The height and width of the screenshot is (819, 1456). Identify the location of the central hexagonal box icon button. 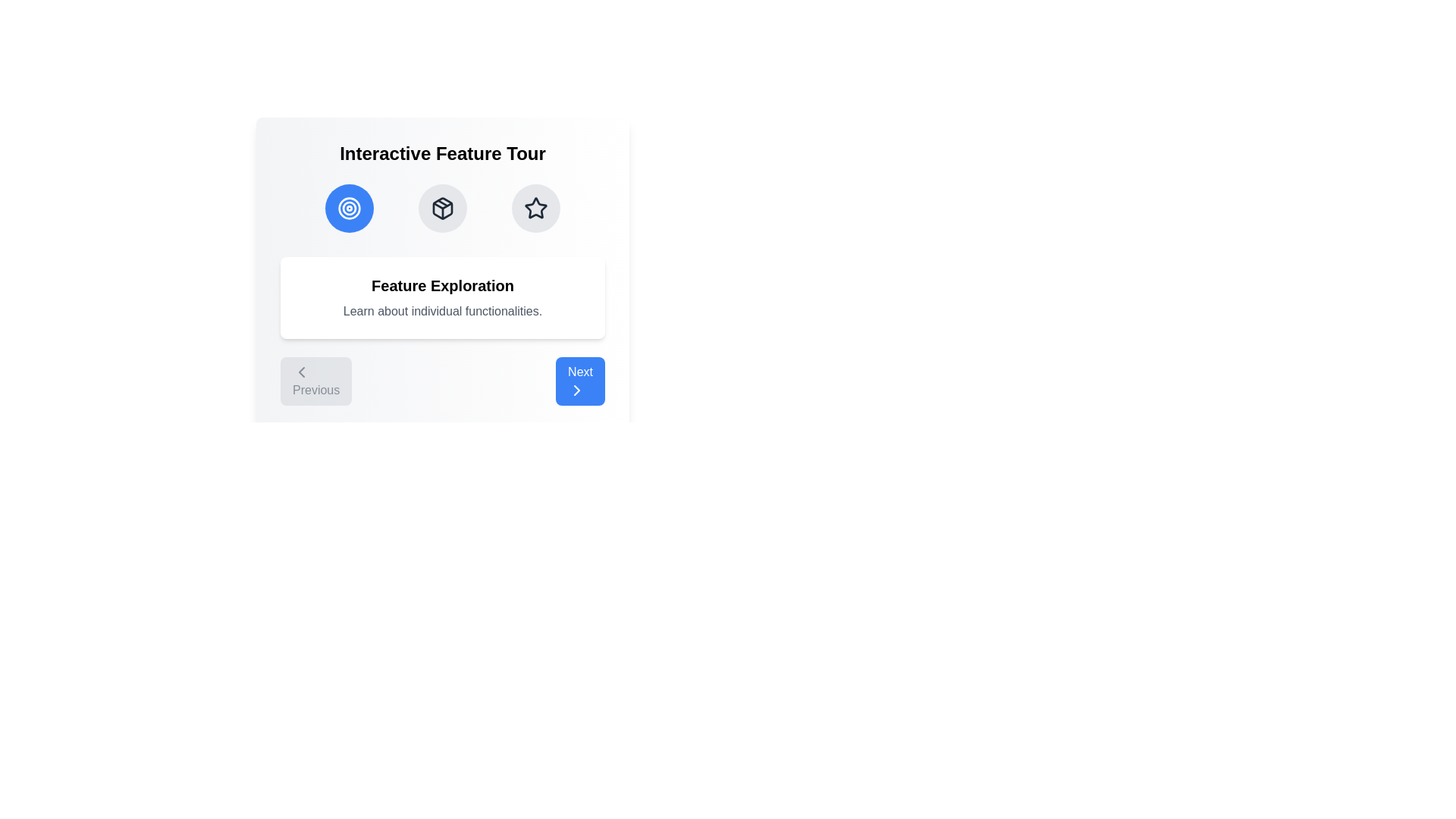
(442, 208).